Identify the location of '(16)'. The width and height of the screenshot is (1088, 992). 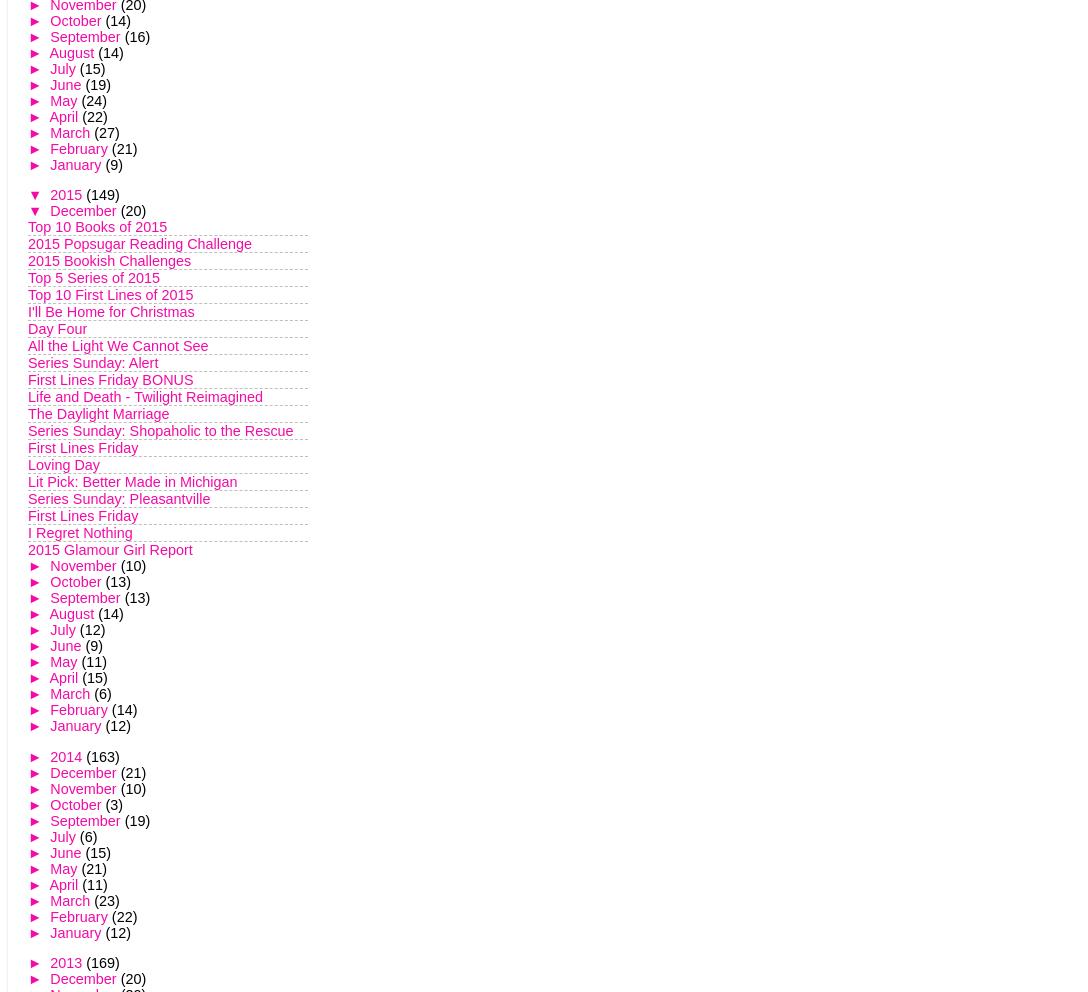
(136, 35).